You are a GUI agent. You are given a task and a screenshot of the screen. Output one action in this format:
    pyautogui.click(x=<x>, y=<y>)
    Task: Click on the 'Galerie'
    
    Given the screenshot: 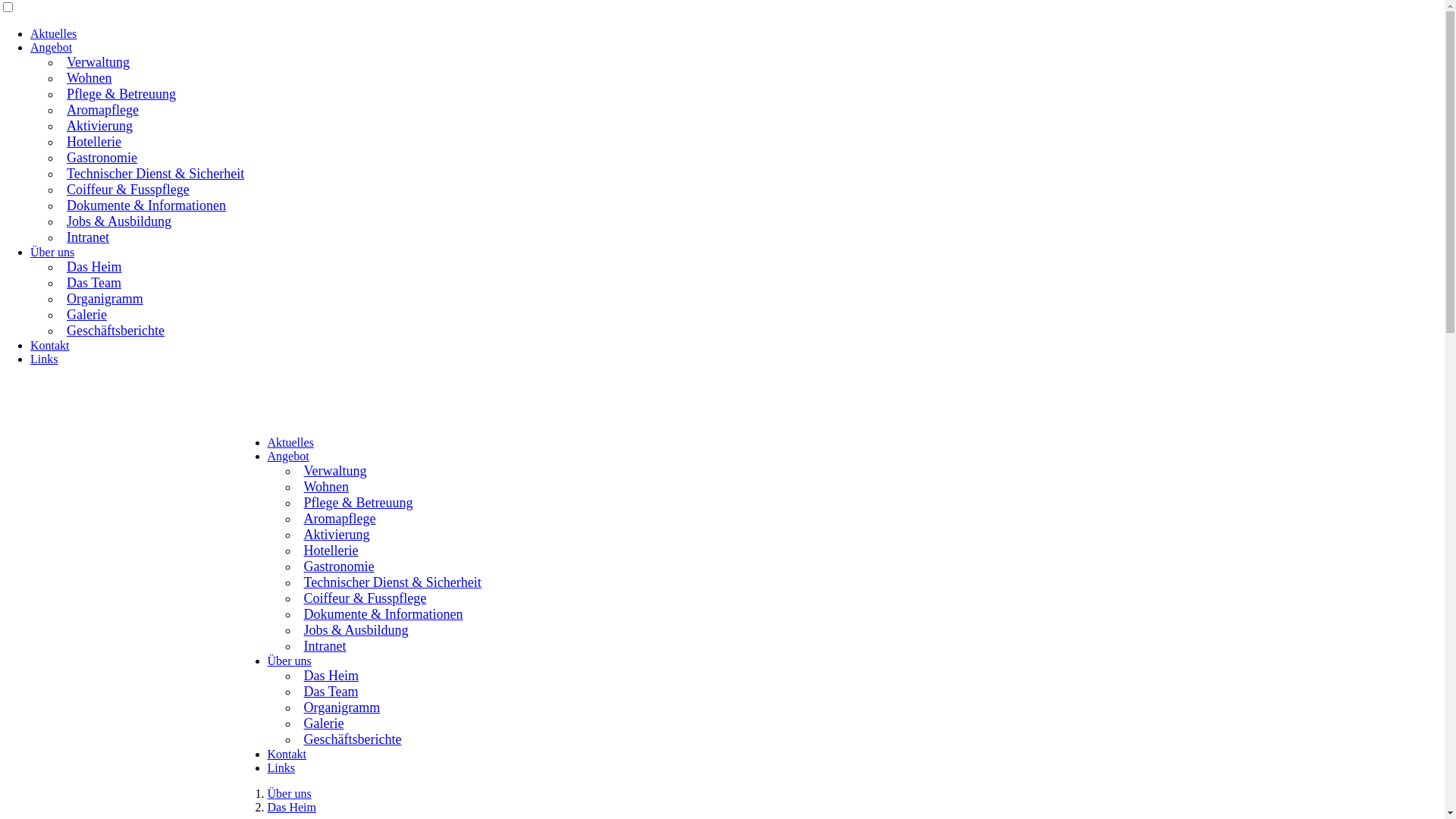 What is the action you would take?
    pyautogui.click(x=84, y=312)
    